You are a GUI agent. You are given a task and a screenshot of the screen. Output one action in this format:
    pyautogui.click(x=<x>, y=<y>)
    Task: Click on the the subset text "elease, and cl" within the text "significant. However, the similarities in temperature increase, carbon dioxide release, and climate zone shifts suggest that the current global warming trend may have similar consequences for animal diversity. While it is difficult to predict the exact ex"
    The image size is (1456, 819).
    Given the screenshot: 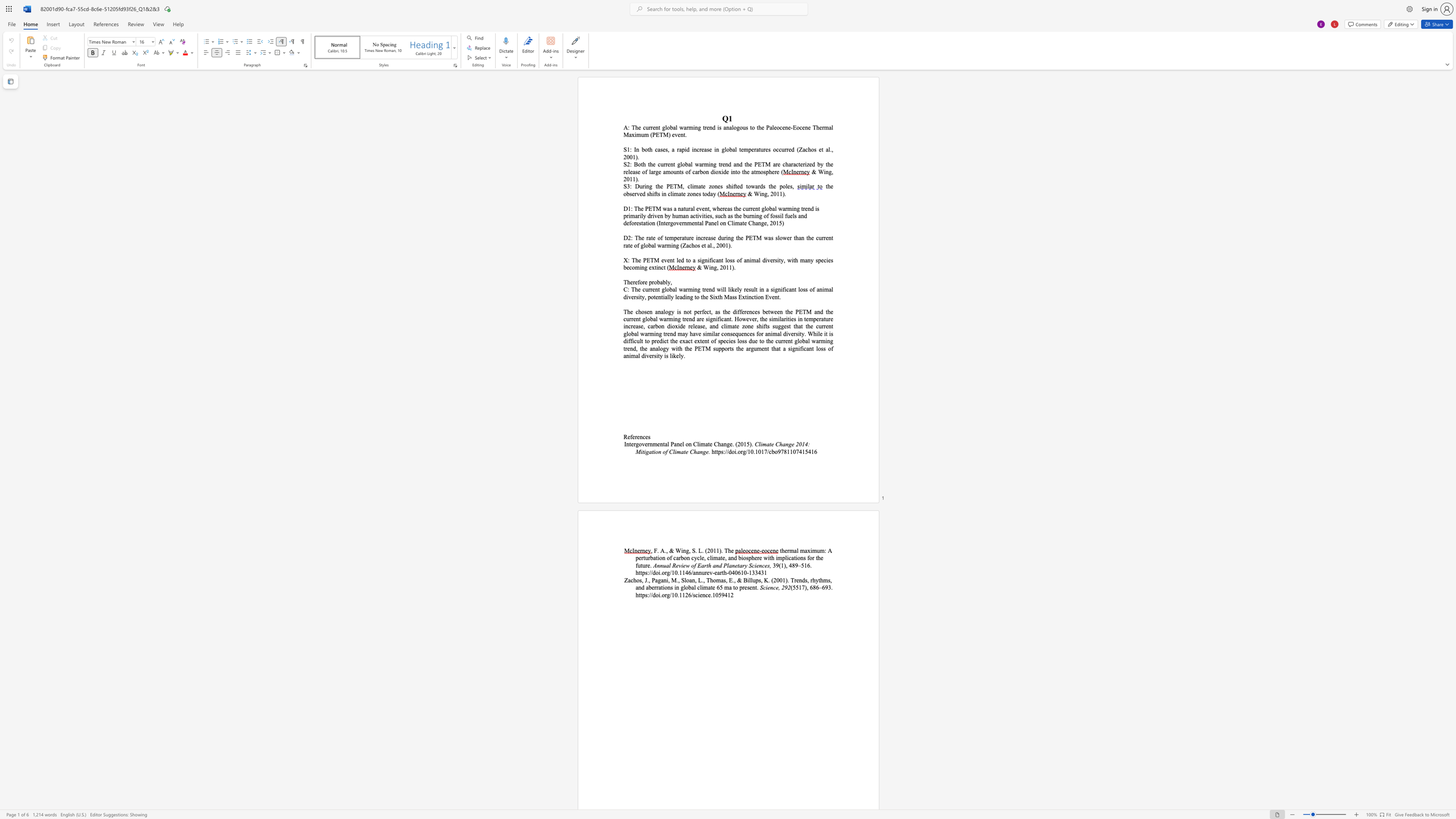 What is the action you would take?
    pyautogui.click(x=690, y=326)
    